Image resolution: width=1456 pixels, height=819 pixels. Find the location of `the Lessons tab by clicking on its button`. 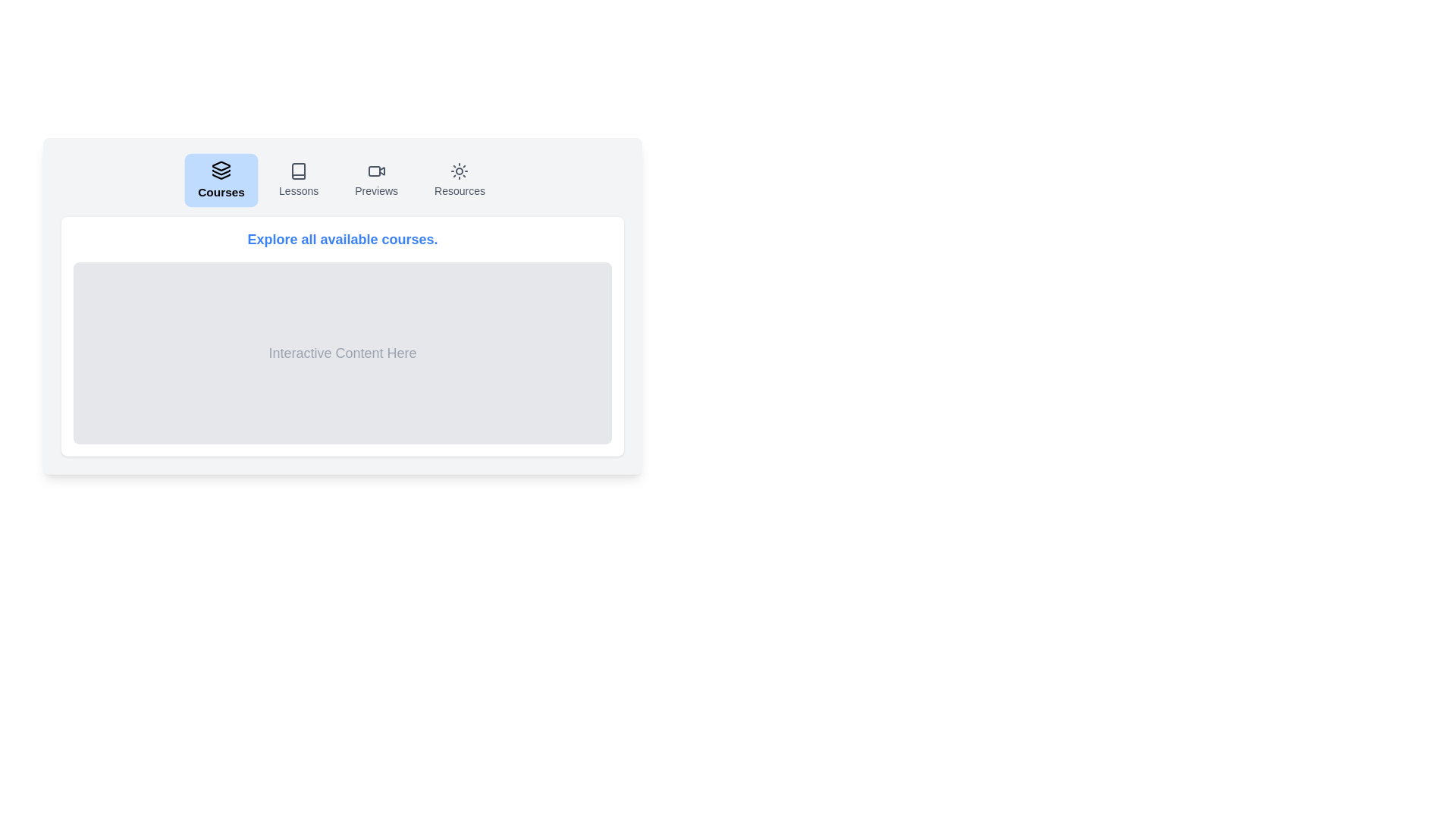

the Lessons tab by clicking on its button is located at coordinates (298, 180).